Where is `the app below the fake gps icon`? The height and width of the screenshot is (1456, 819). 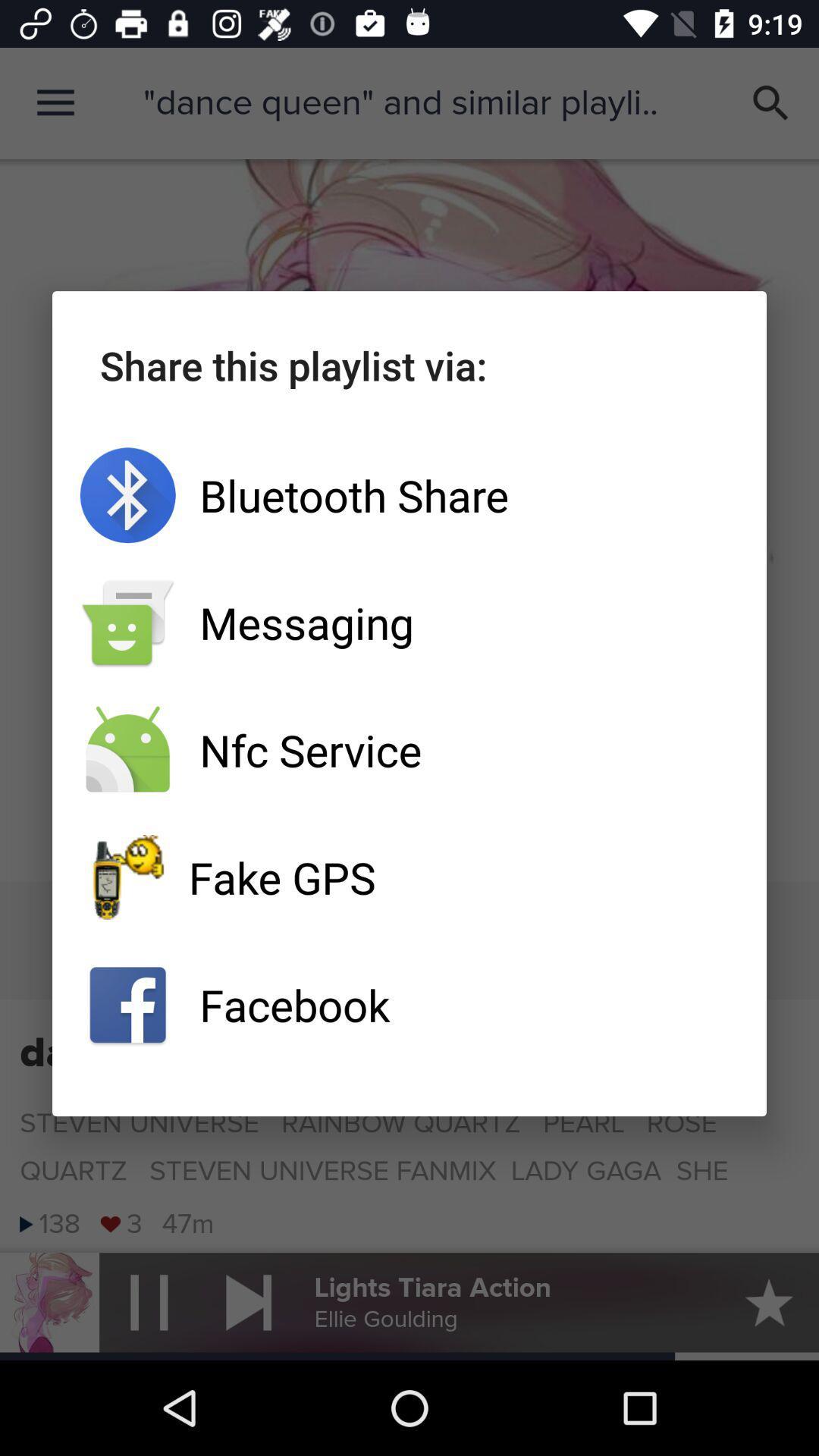
the app below the fake gps icon is located at coordinates (409, 1005).